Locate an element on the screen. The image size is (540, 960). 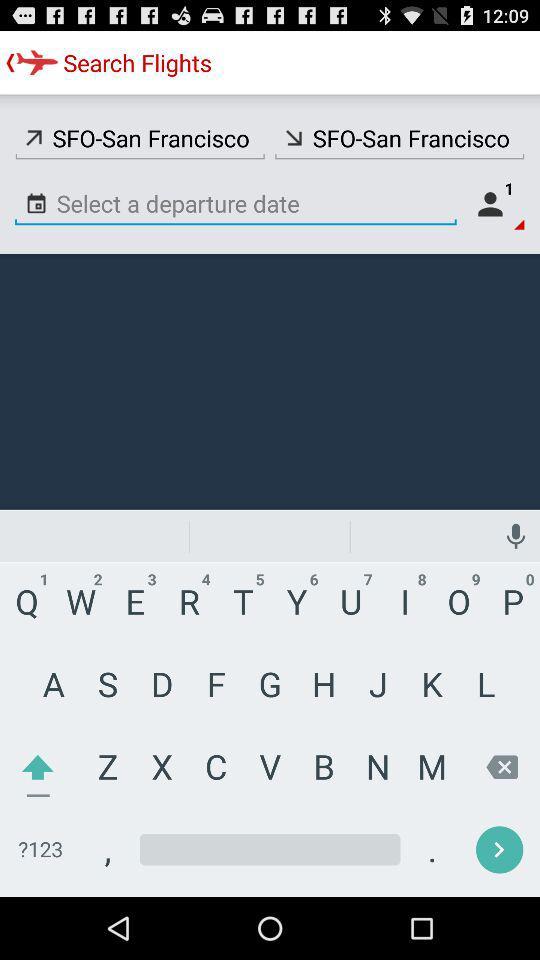
the avatar icon is located at coordinates (494, 218).